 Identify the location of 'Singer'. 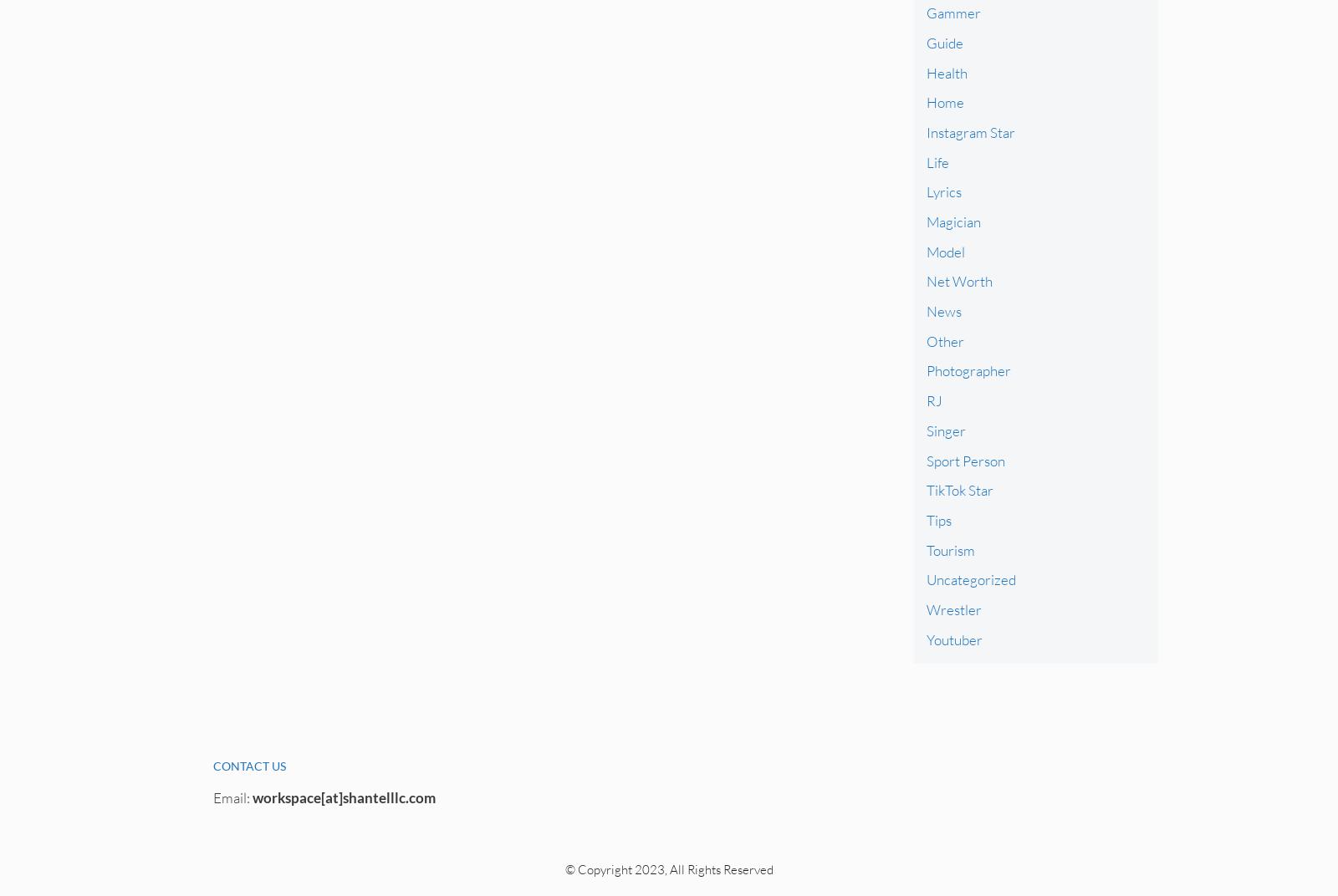
(926, 430).